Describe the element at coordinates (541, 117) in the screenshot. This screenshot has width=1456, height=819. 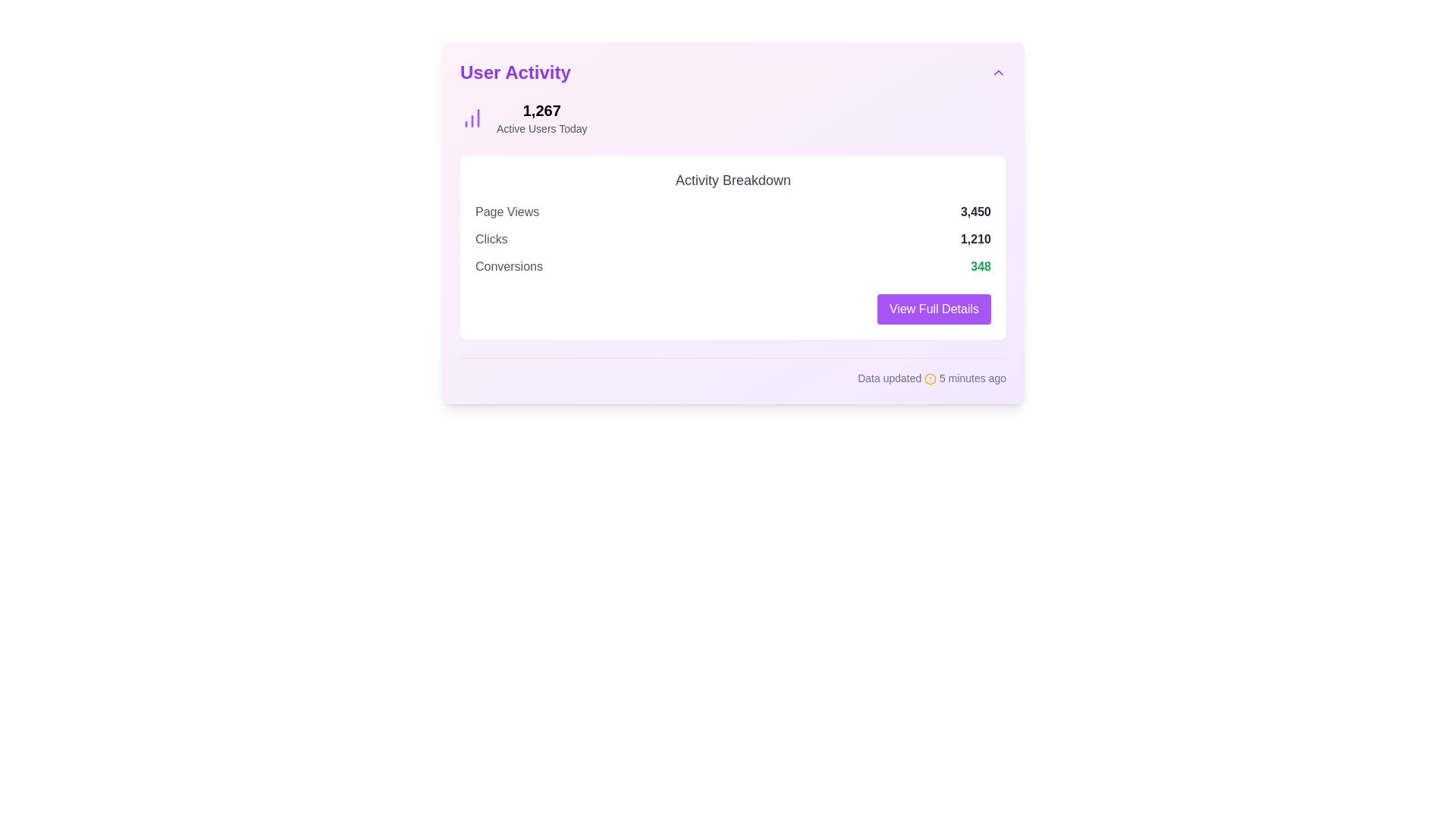
I see `the numerical display showing '1,267' with the subtitle 'Active Users Today' located in the 'User Activity' section` at that location.